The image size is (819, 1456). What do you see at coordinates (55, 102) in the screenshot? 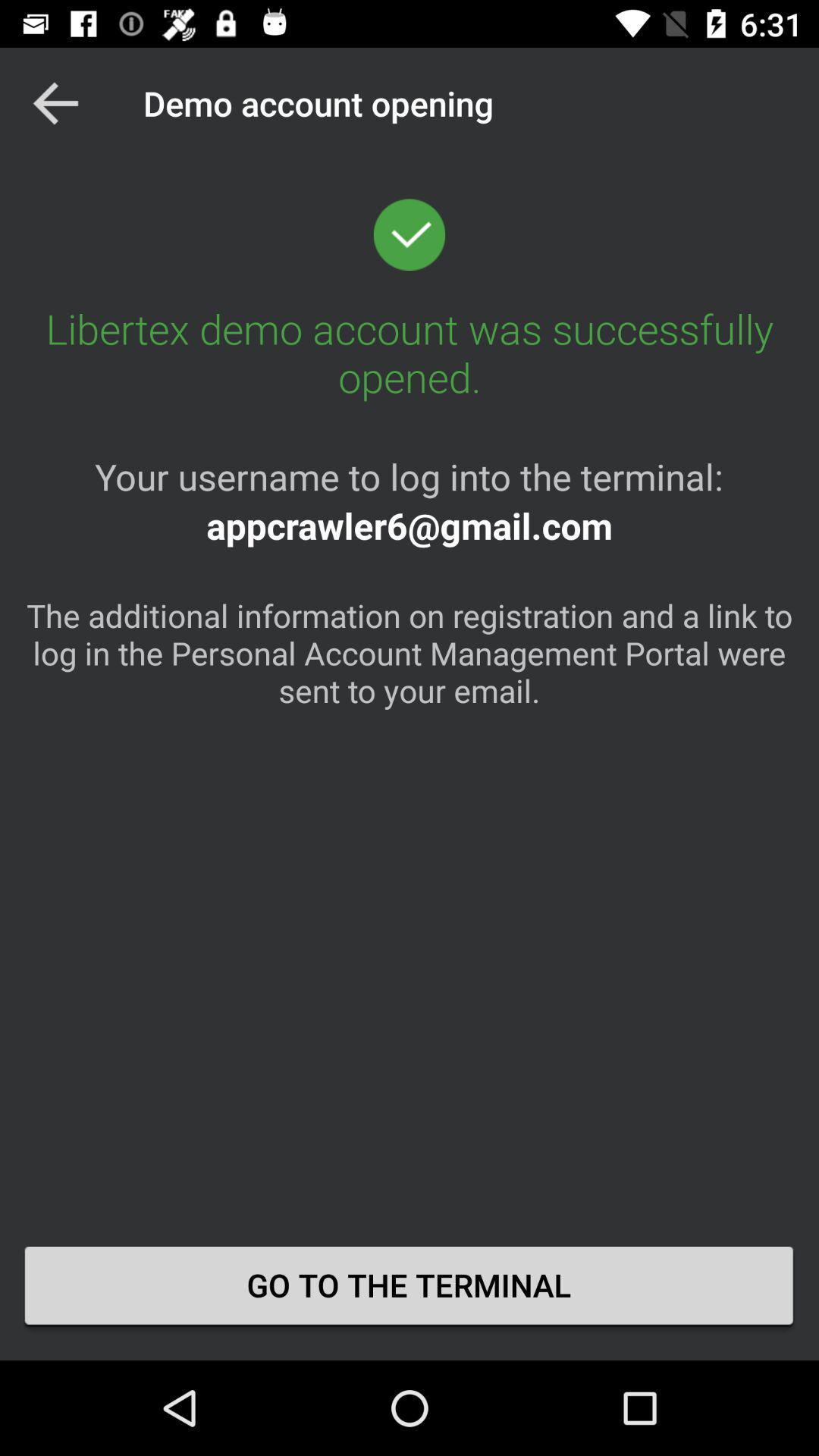
I see `previous` at bounding box center [55, 102].